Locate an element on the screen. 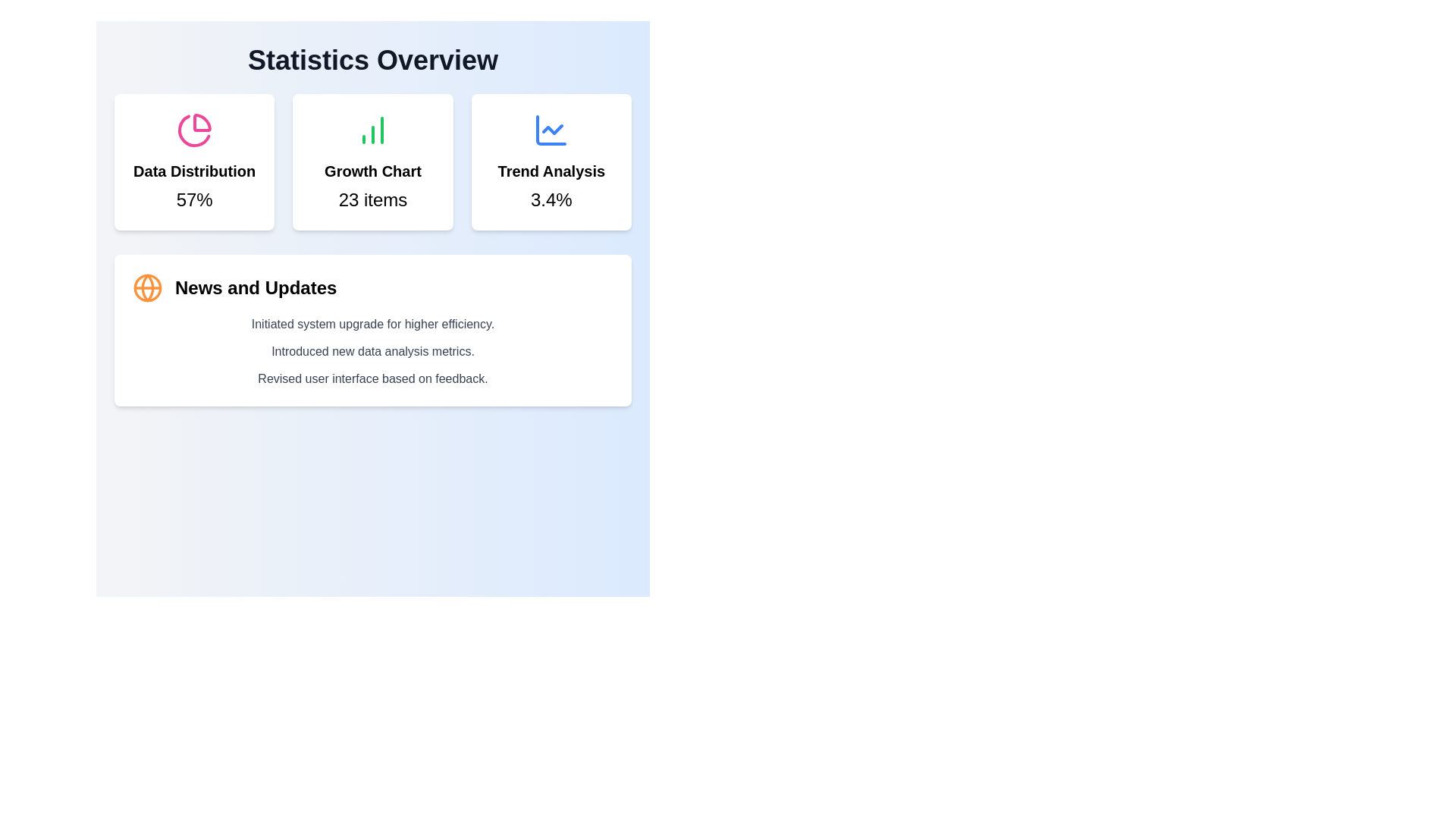 The height and width of the screenshot is (819, 1456). the third text label in the 'News and Updates' section that reads 'Revised user interface based on feedback.' is located at coordinates (372, 378).